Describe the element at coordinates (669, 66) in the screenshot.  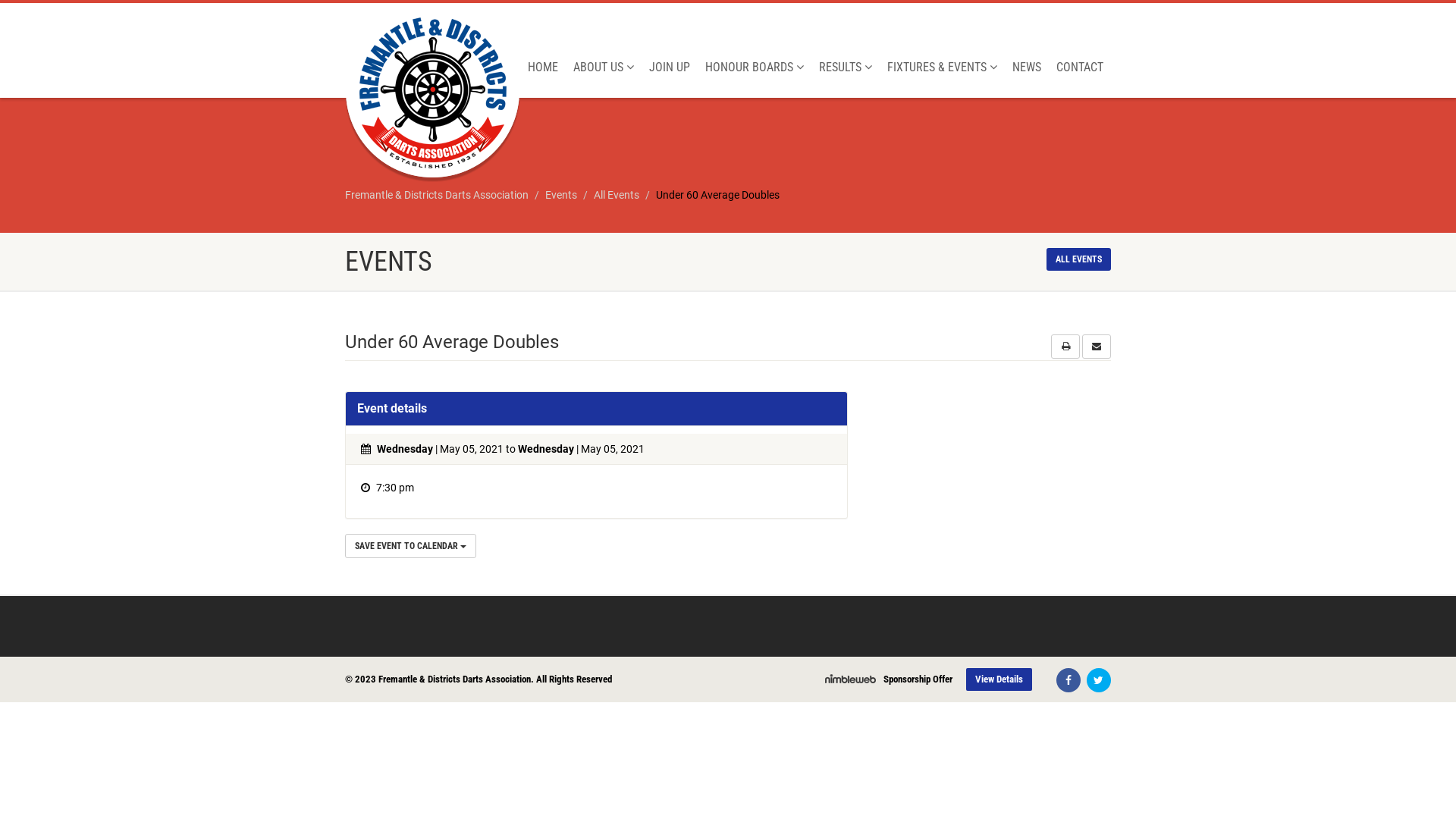
I see `'JOIN UP'` at that location.